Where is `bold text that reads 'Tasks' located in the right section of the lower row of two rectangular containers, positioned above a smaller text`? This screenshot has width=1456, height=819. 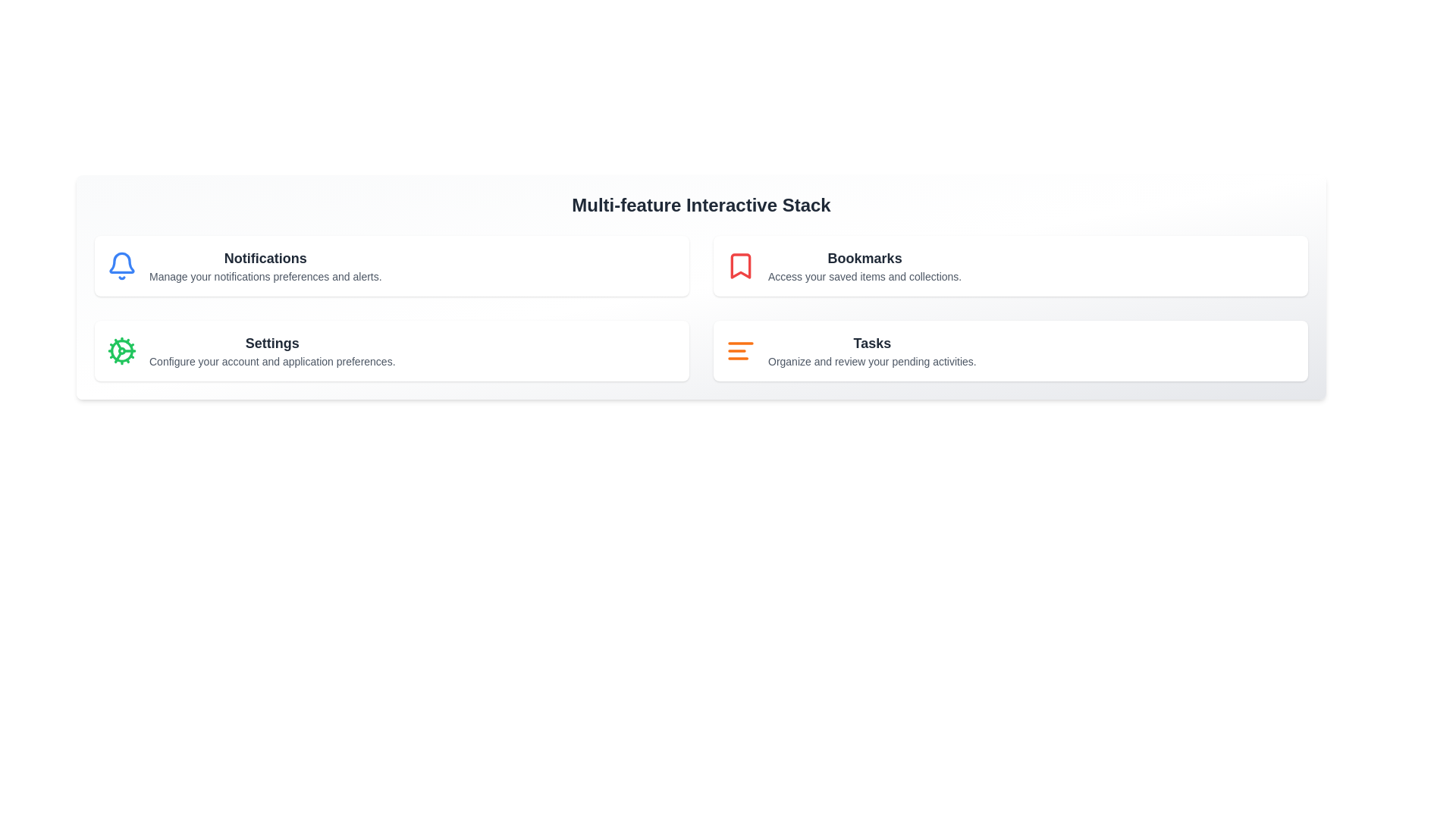 bold text that reads 'Tasks' located in the right section of the lower row of two rectangular containers, positioned above a smaller text is located at coordinates (872, 343).